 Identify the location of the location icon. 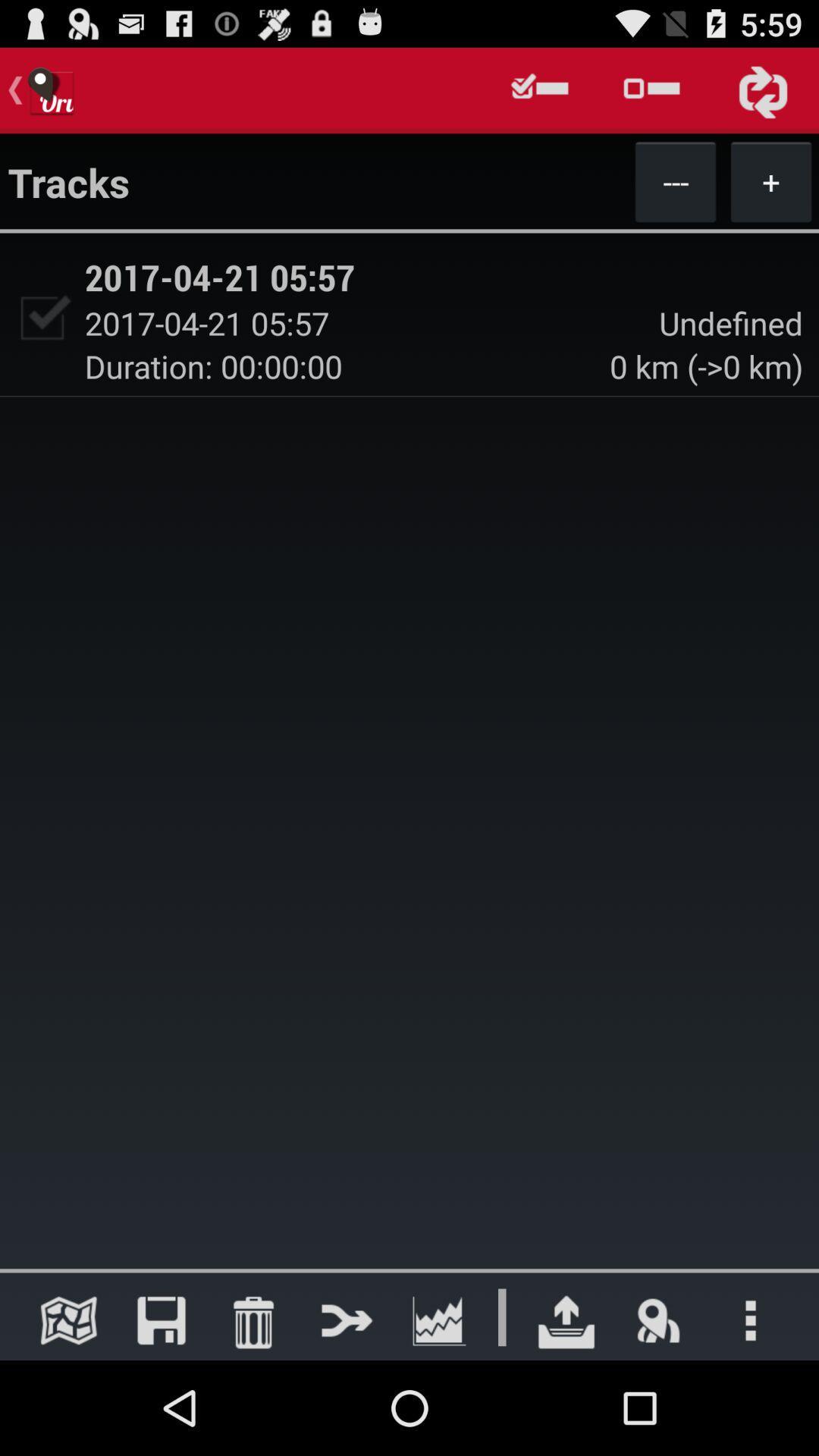
(657, 1412).